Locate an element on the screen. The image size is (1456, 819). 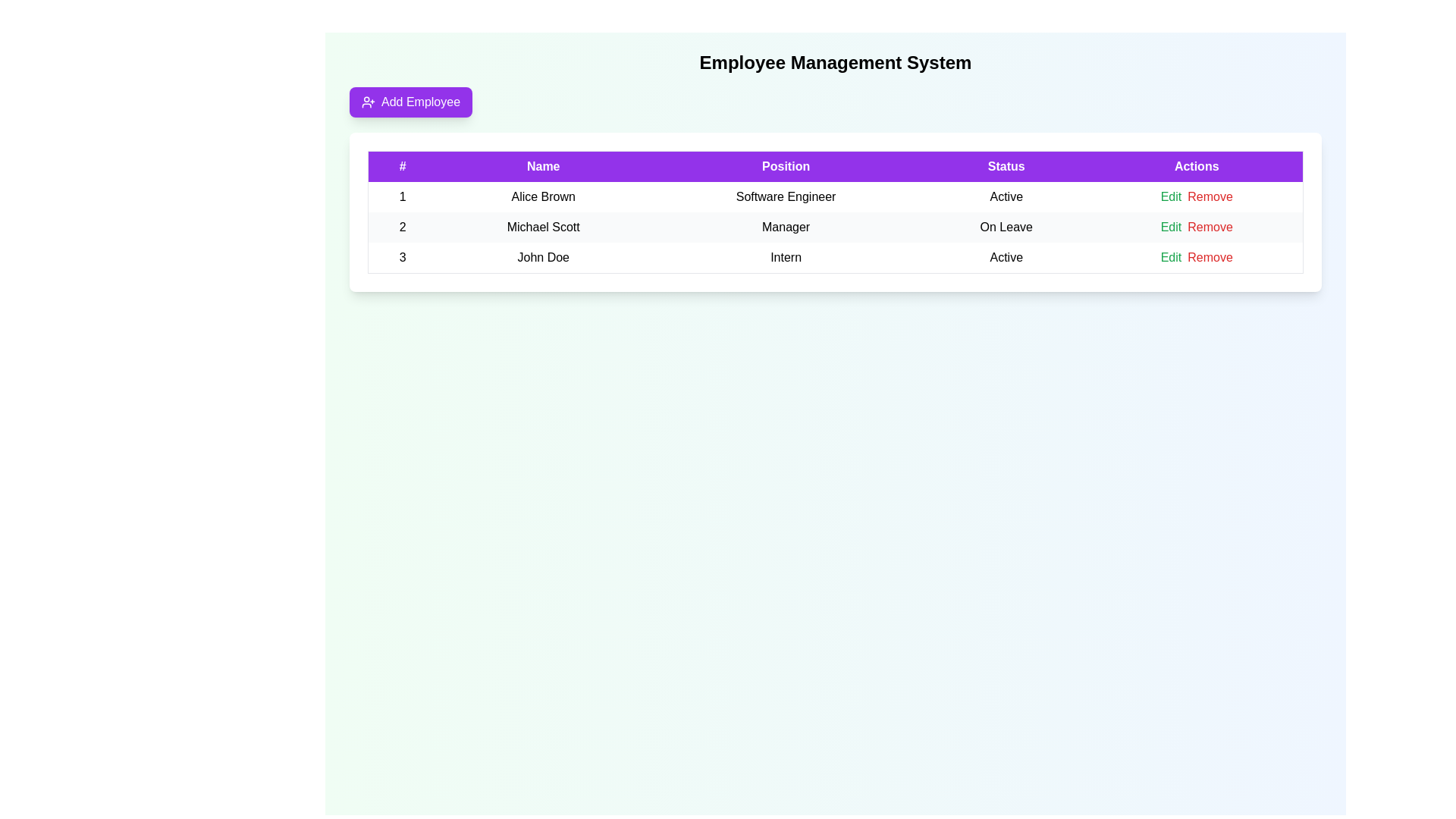
the static text label displaying the name 'John Doe' in the employee management system, located in row 3, second column labeled 'Name' is located at coordinates (543, 257).